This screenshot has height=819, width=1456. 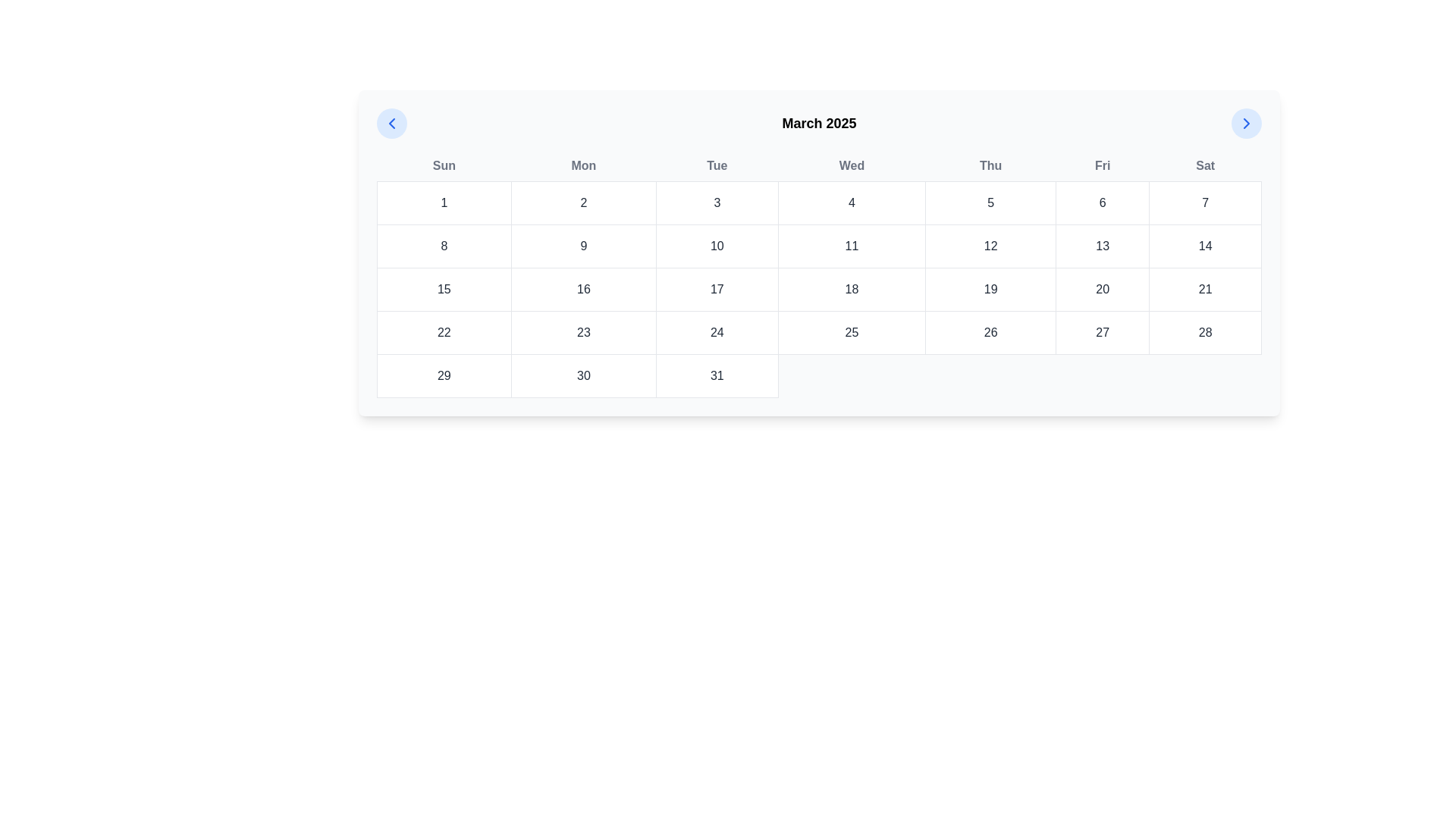 What do you see at coordinates (1204, 332) in the screenshot?
I see `the selectable calendar date cell representing the 28th day of the month` at bounding box center [1204, 332].